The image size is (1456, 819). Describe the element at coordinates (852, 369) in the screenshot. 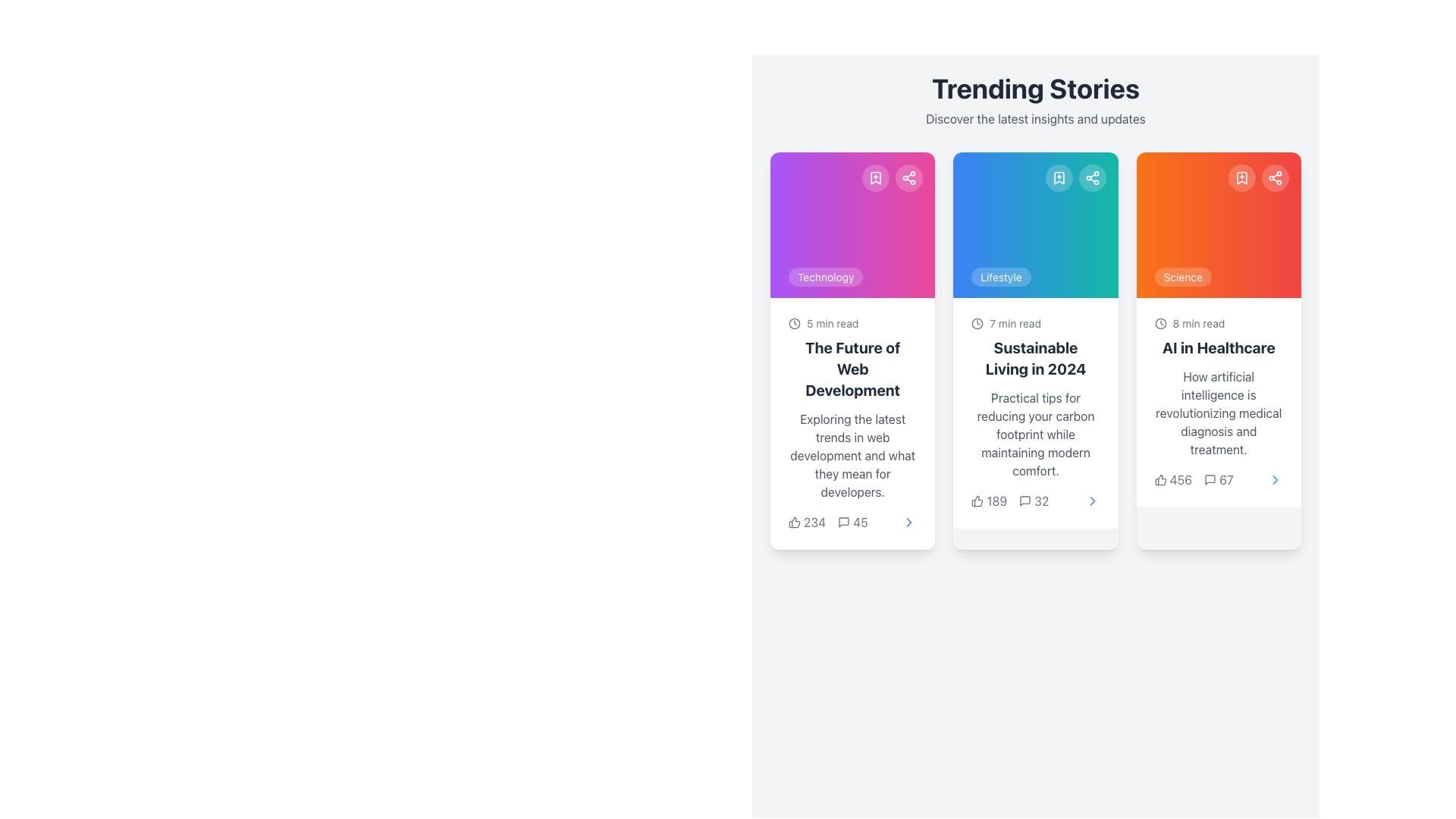

I see `the Text label that serves as the title for the card summarizing the primary topic or article, located in the leftmost card under the 'Trending Stories' section, positioned below the '5 min read' text and above the supporting description text` at that location.